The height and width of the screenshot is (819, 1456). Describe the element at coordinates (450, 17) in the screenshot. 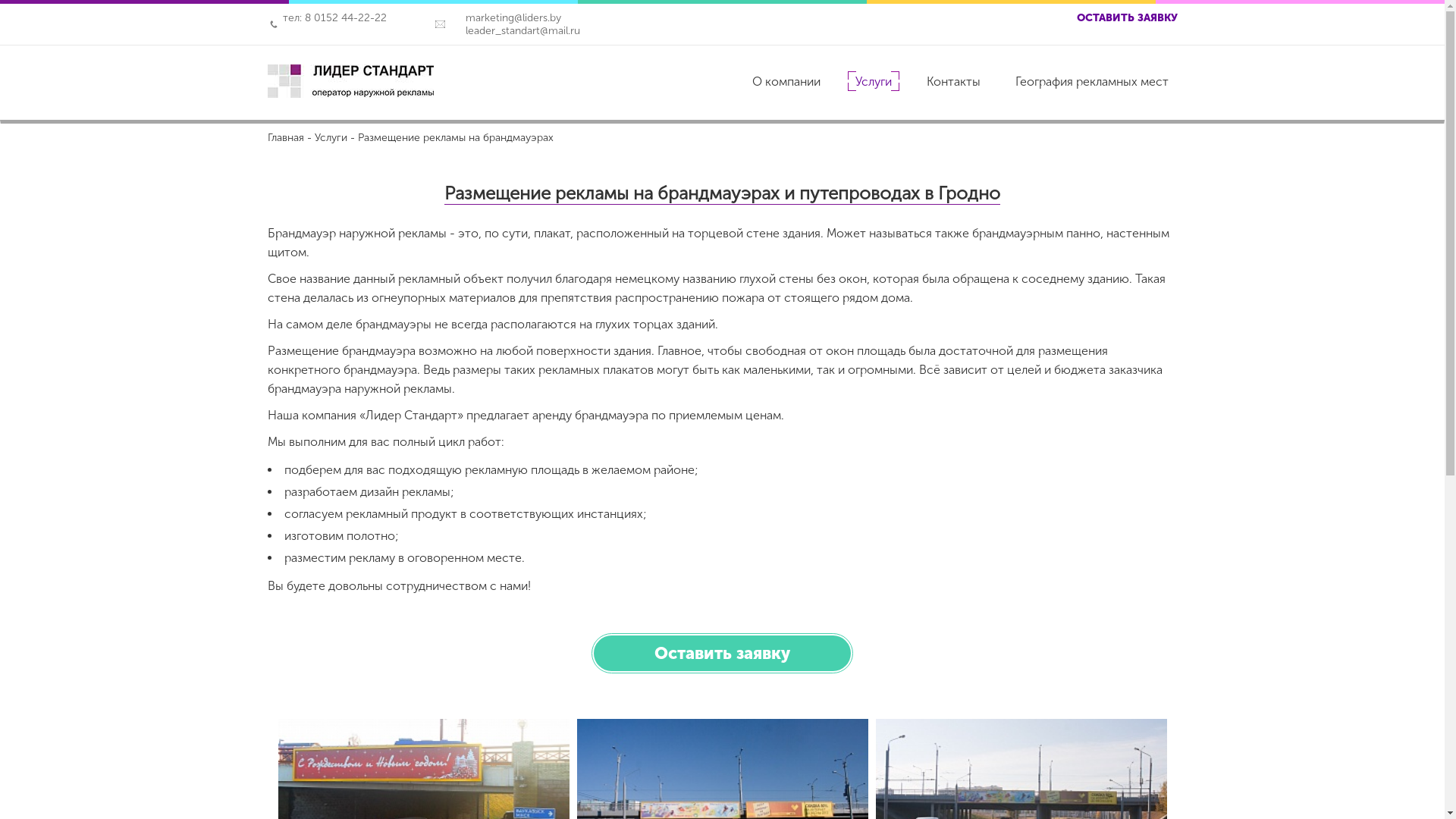

I see `'marketing@liders.by'` at that location.